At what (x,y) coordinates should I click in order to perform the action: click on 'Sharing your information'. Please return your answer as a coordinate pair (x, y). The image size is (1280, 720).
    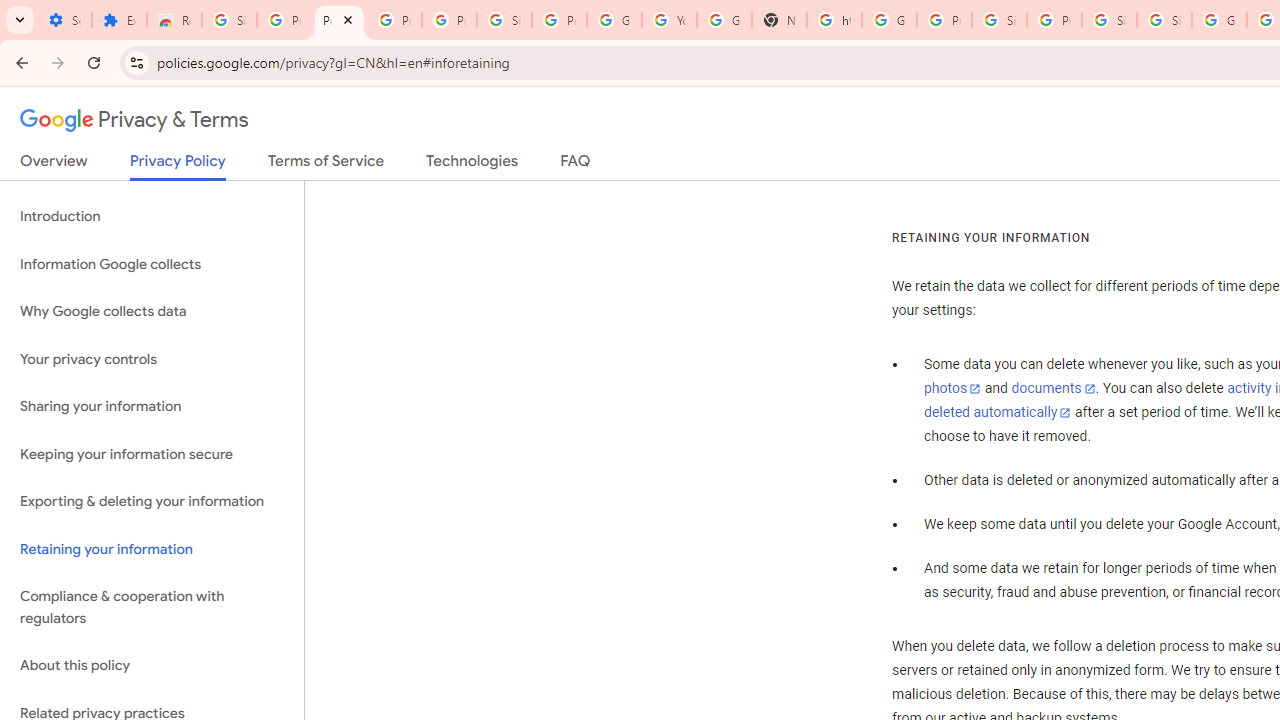
    Looking at the image, I should click on (151, 406).